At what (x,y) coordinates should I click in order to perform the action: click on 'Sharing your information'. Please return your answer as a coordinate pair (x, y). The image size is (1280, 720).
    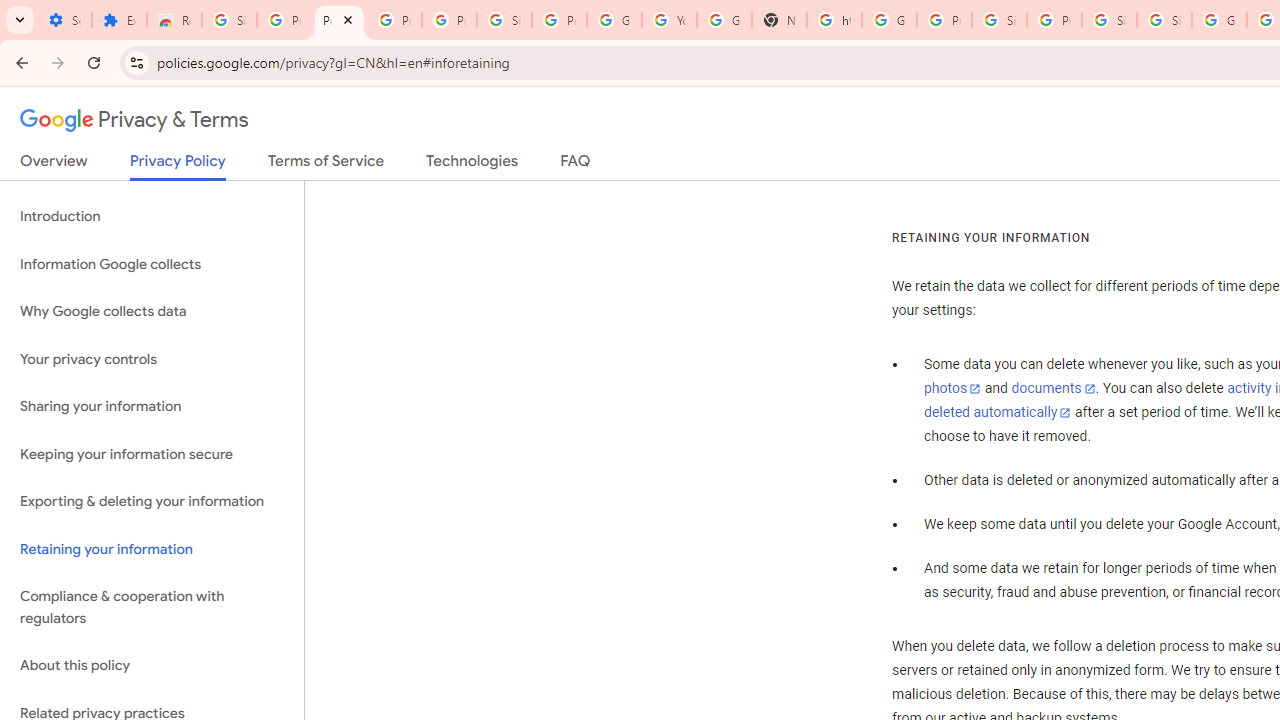
    Looking at the image, I should click on (151, 406).